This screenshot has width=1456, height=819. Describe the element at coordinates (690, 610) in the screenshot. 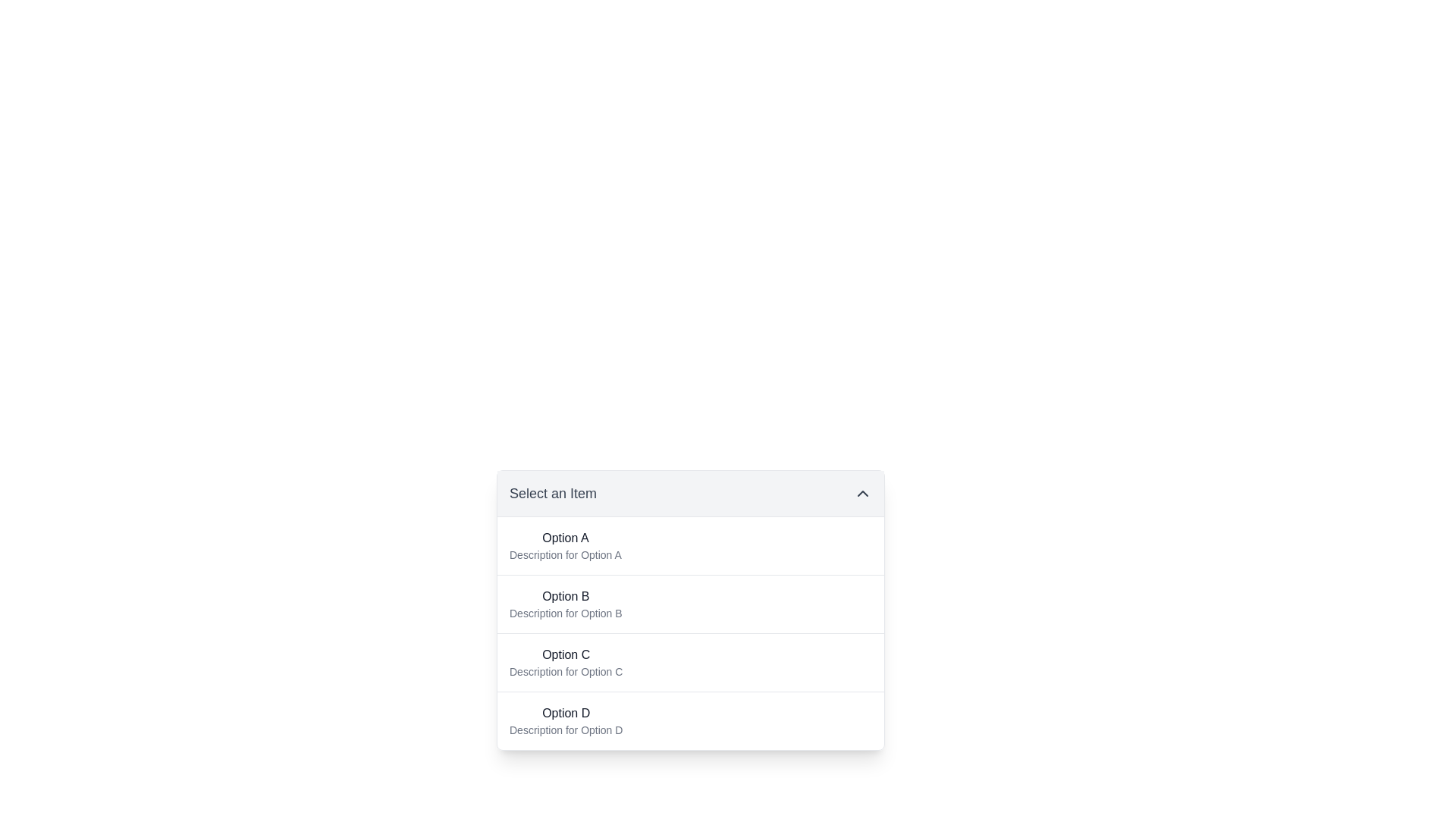

I see `the second option in the dropdown menu that is positioned below the 'Select an Item' heading by` at that location.